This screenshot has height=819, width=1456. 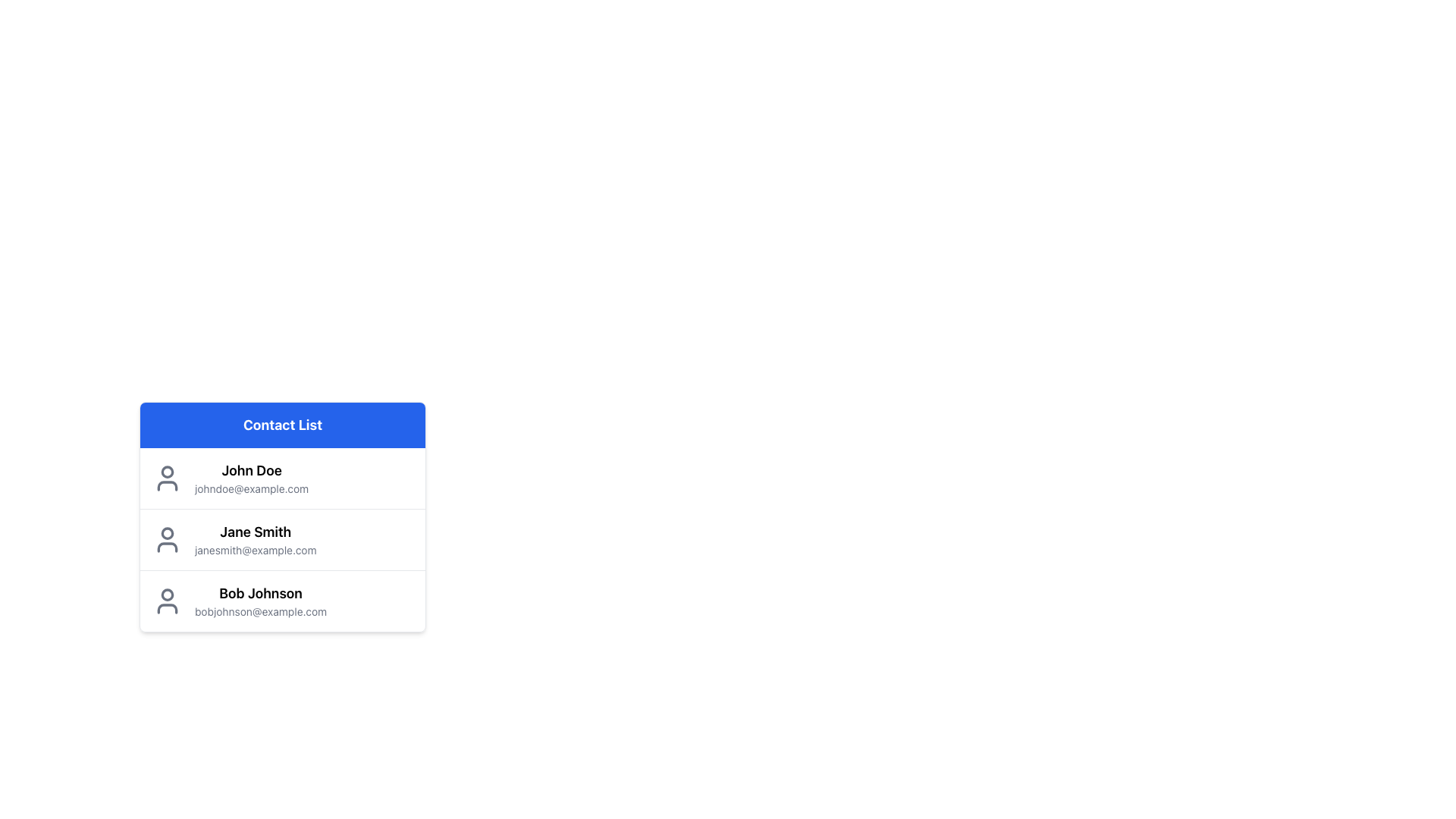 I want to click on the contact entry for 'Bob Johnson', which features a gray profile icon and includes the email 'bobjohnson@example.com', so click(x=283, y=600).